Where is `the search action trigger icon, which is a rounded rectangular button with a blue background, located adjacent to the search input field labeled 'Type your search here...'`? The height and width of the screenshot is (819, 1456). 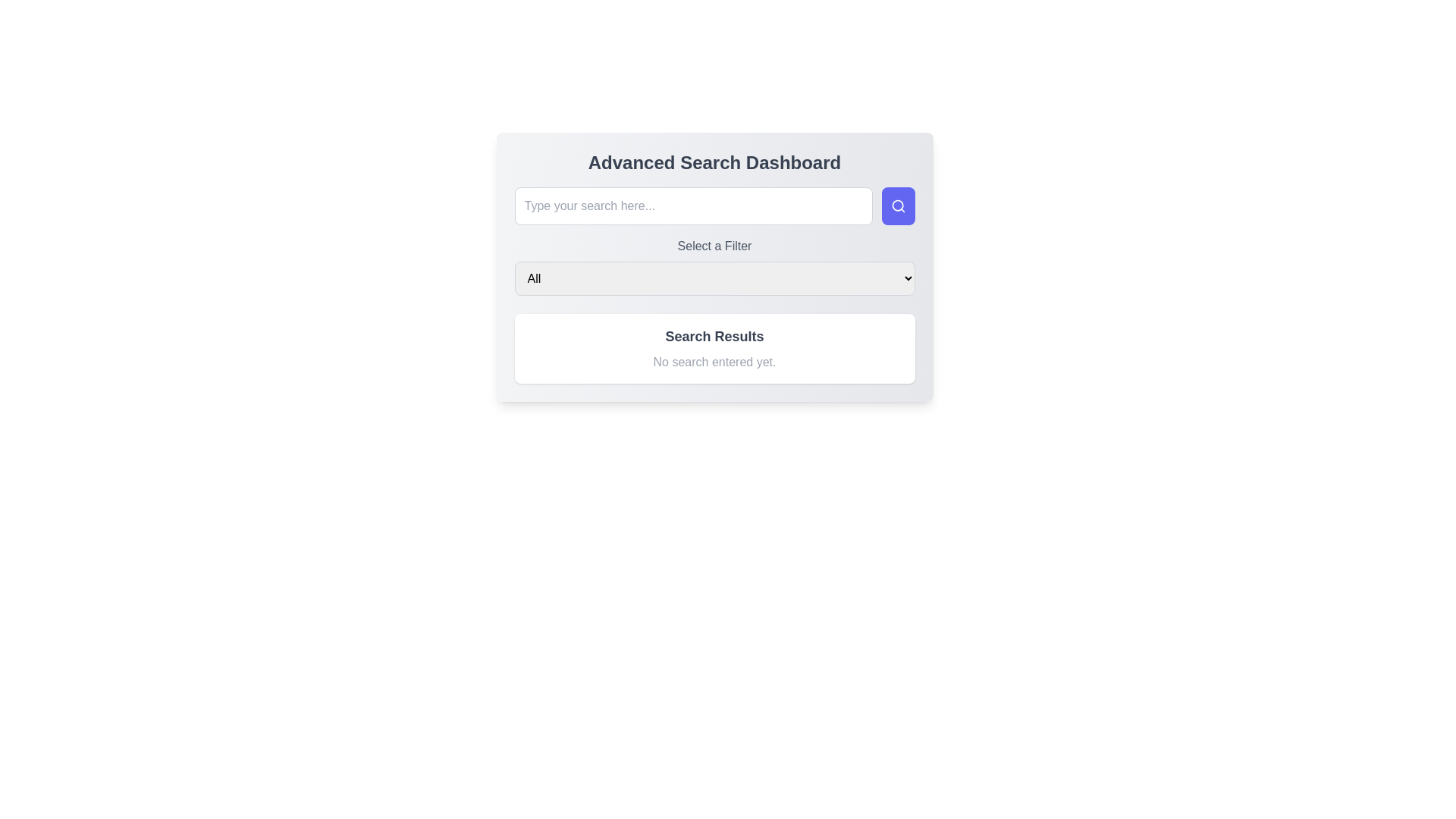
the search action trigger icon, which is a rounded rectangular button with a blue background, located adjacent to the search input field labeled 'Type your search here...' is located at coordinates (898, 206).